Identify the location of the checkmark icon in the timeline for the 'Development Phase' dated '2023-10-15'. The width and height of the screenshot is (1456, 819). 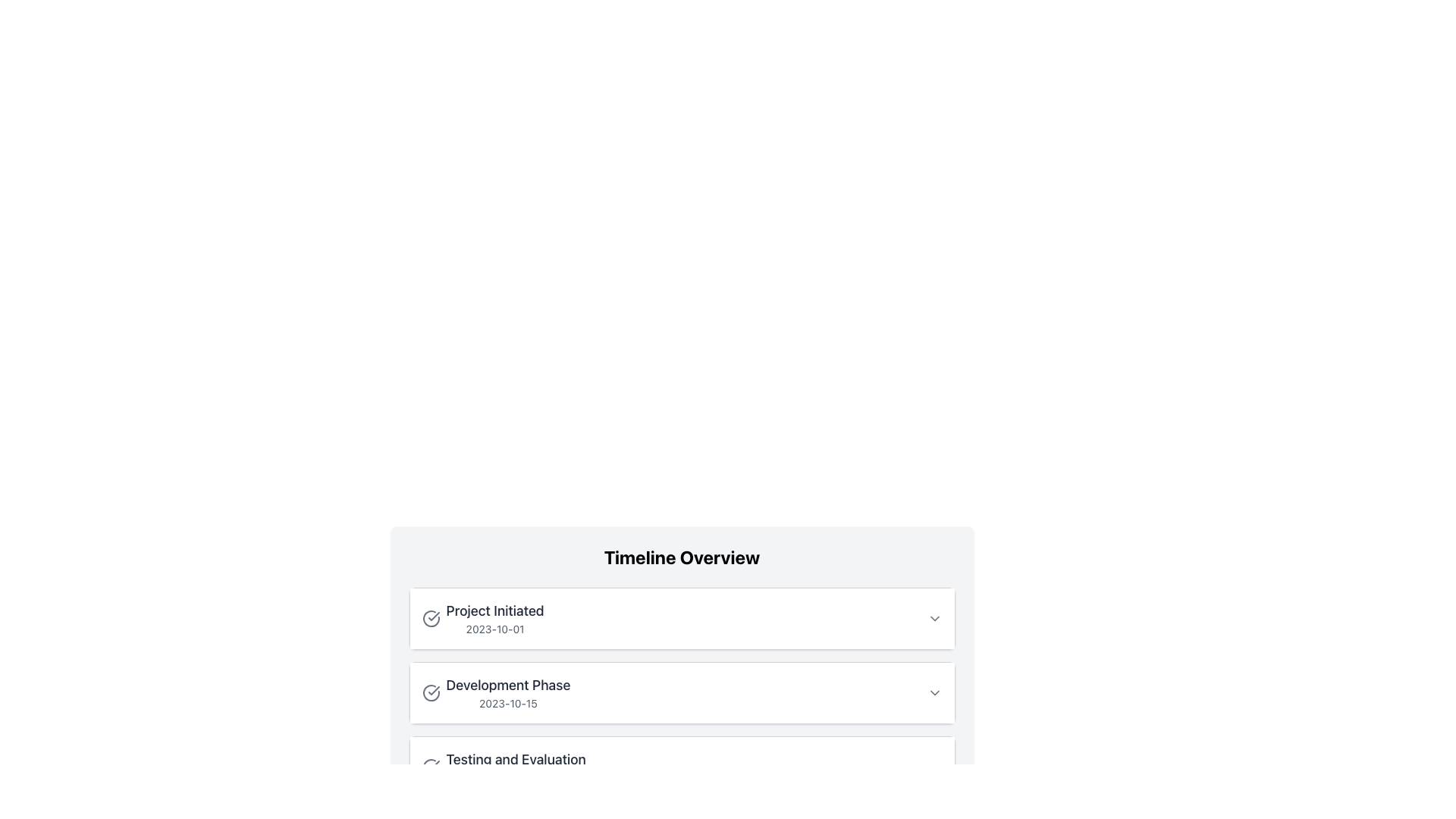
(432, 690).